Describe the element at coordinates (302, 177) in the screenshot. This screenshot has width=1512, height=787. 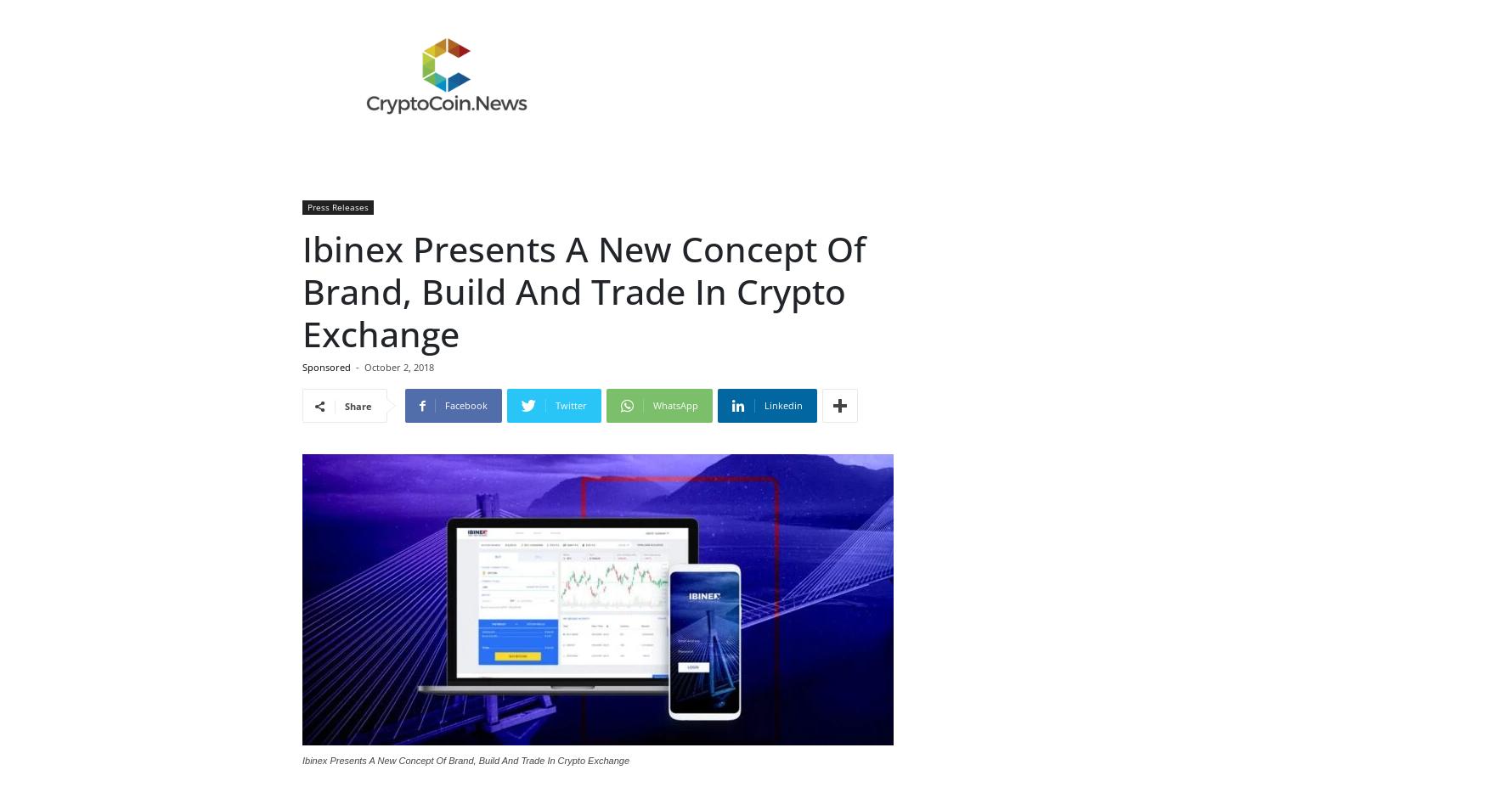
I see `'“However, if exchanges come without branding ideas (as most of the clients do) then Ibinex will take the full responsibility. We always accept challenging jobs to create a prominent brand image of crypto exchanges. Our commitment gets fulfilled with the help of the easiest procedures encouraging and fruitful for clients” Yafit shared further.'` at that location.